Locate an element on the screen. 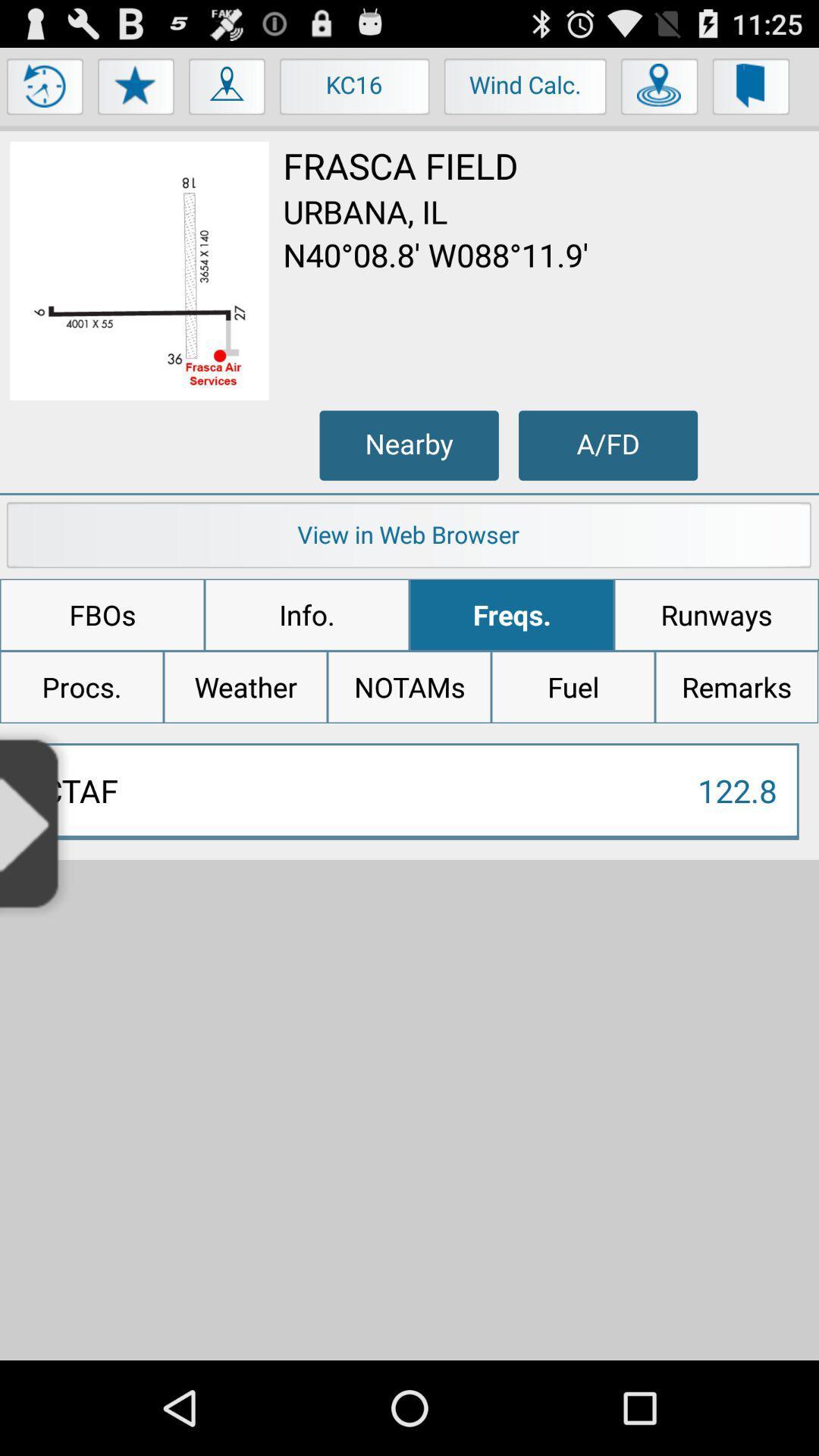 Image resolution: width=819 pixels, height=1456 pixels. radio is located at coordinates (36, 821).